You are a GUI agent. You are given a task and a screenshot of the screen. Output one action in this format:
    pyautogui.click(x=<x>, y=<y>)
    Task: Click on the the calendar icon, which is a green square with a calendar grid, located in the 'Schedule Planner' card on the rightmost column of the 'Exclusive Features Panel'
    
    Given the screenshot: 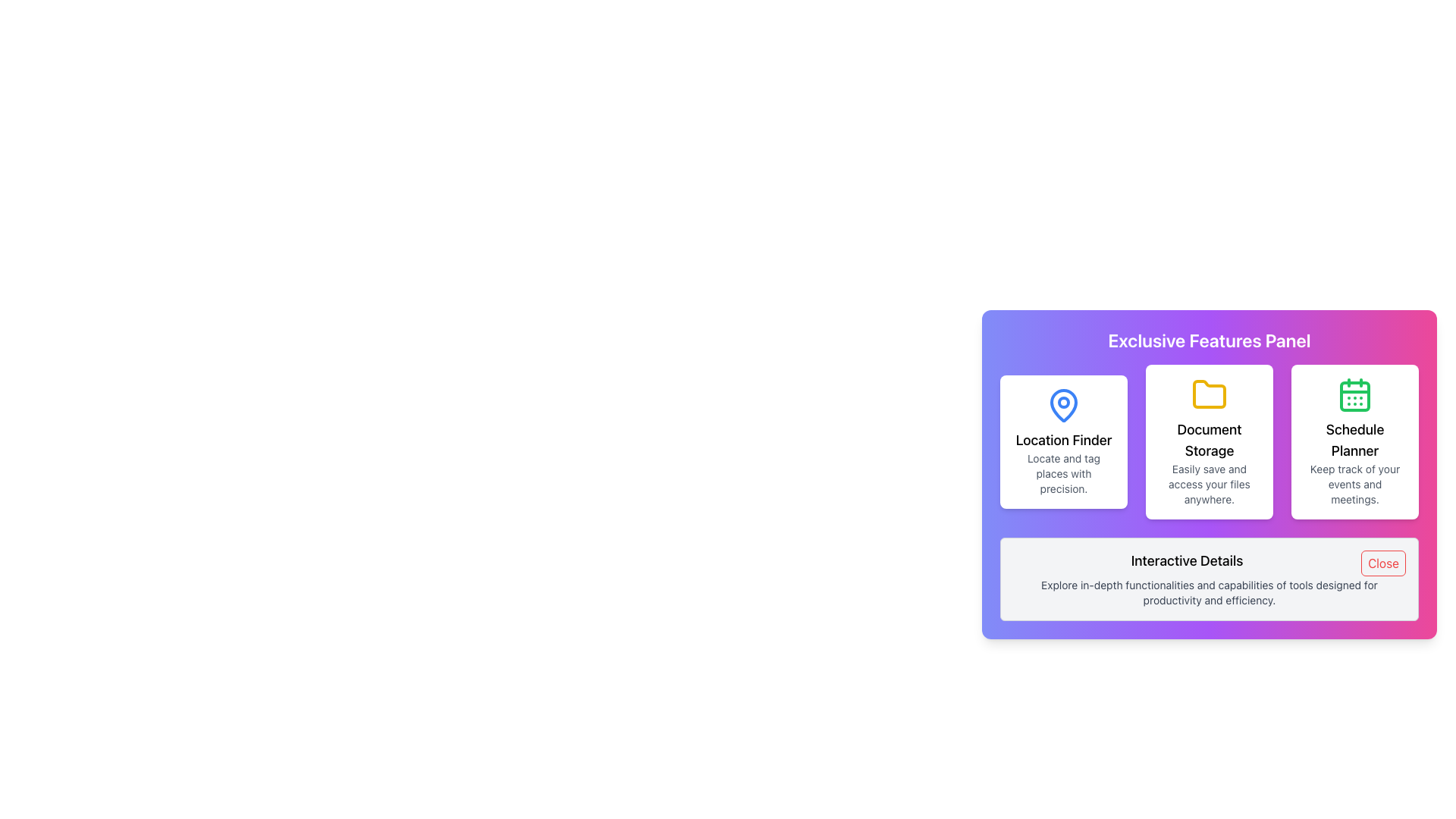 What is the action you would take?
    pyautogui.click(x=1354, y=394)
    